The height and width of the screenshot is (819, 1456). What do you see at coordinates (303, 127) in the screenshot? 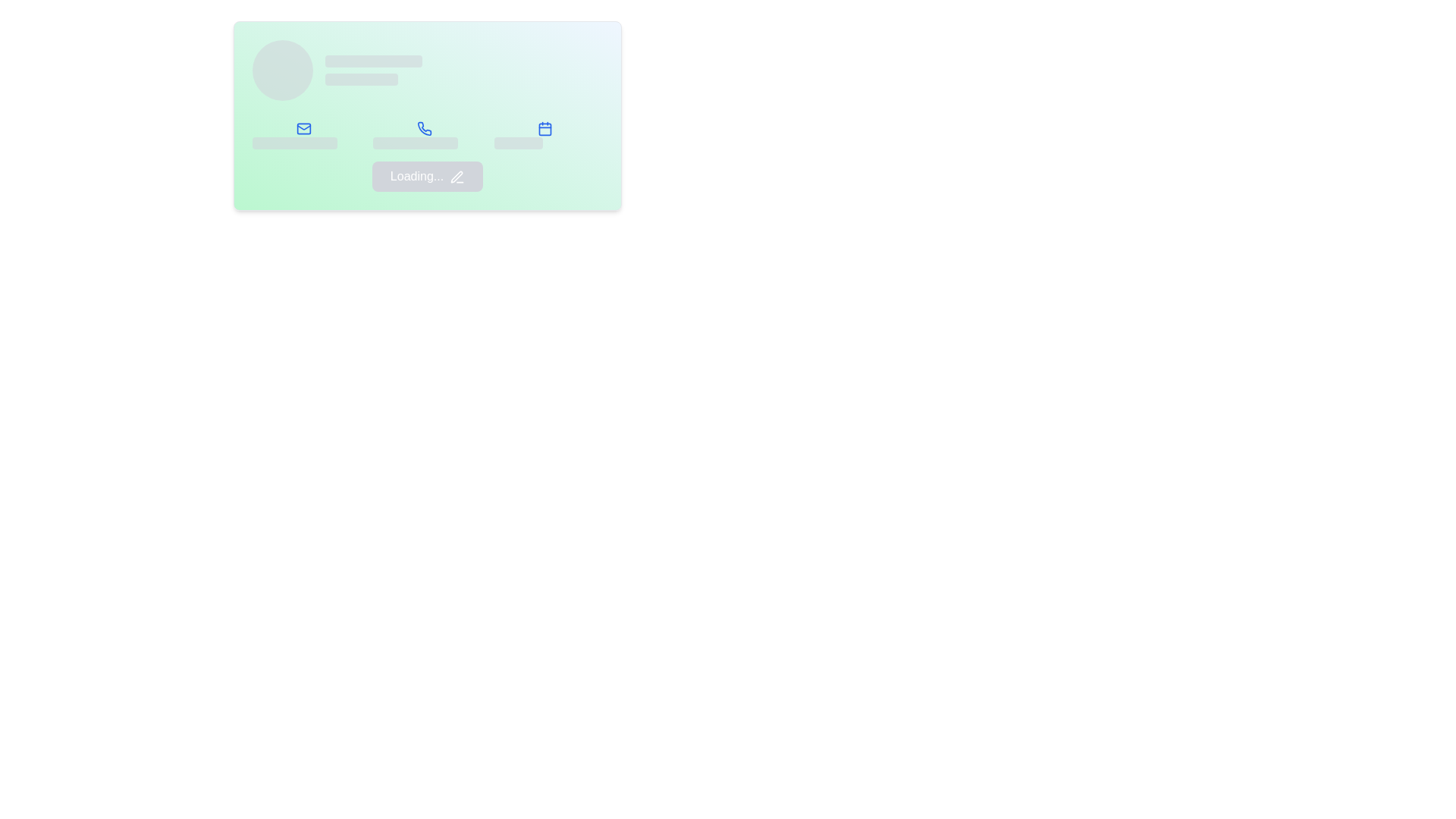
I see `decorative SVG rectangle that represents the top-left corner of the email icon for debugging purposes` at bounding box center [303, 127].